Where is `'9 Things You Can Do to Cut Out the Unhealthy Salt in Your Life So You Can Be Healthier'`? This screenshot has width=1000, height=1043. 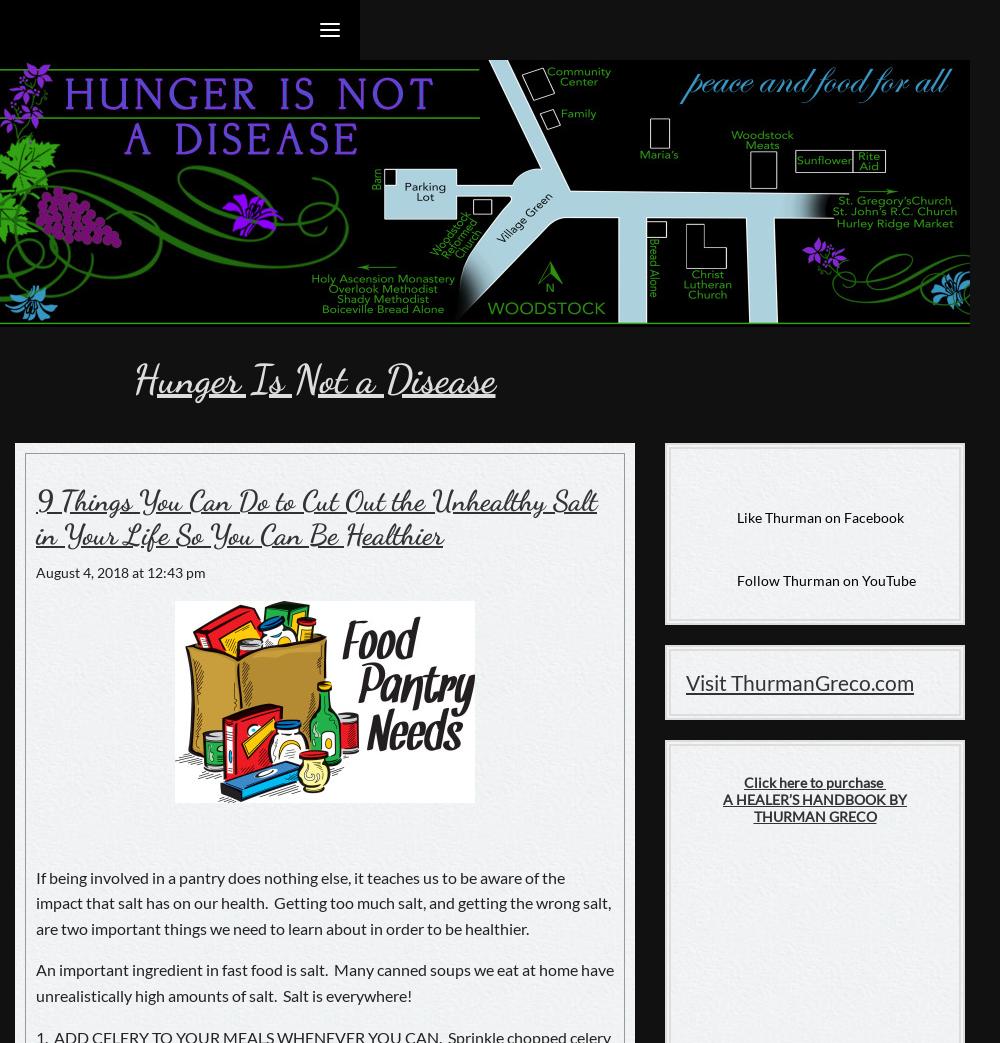 '9 Things You Can Do to Cut Out the Unhealthy Salt in Your Life So You Can Be Healthier' is located at coordinates (315, 516).